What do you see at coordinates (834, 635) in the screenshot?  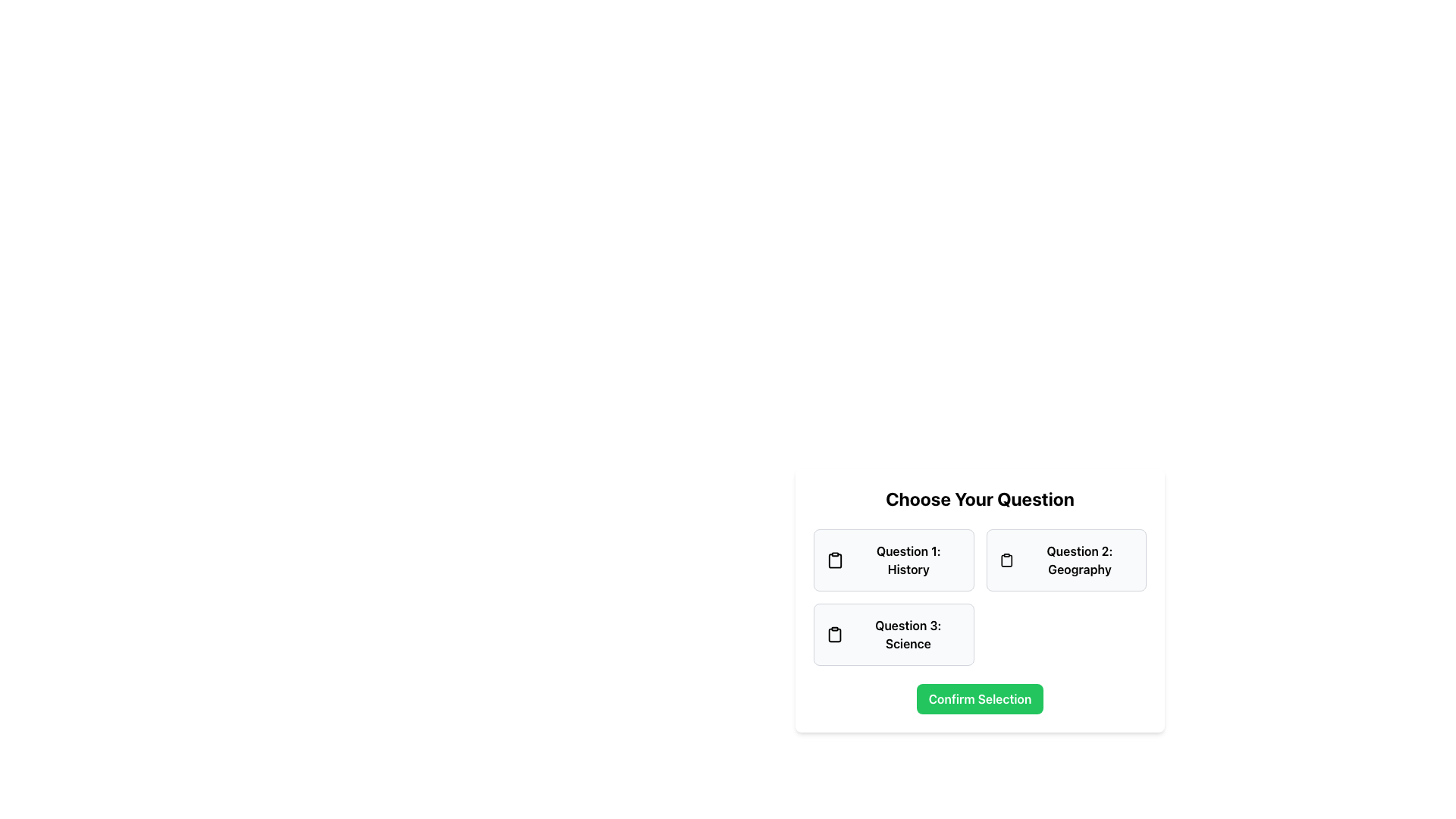 I see `the clipboard icon located within the 'Question 3: Science' button in the selection interface` at bounding box center [834, 635].